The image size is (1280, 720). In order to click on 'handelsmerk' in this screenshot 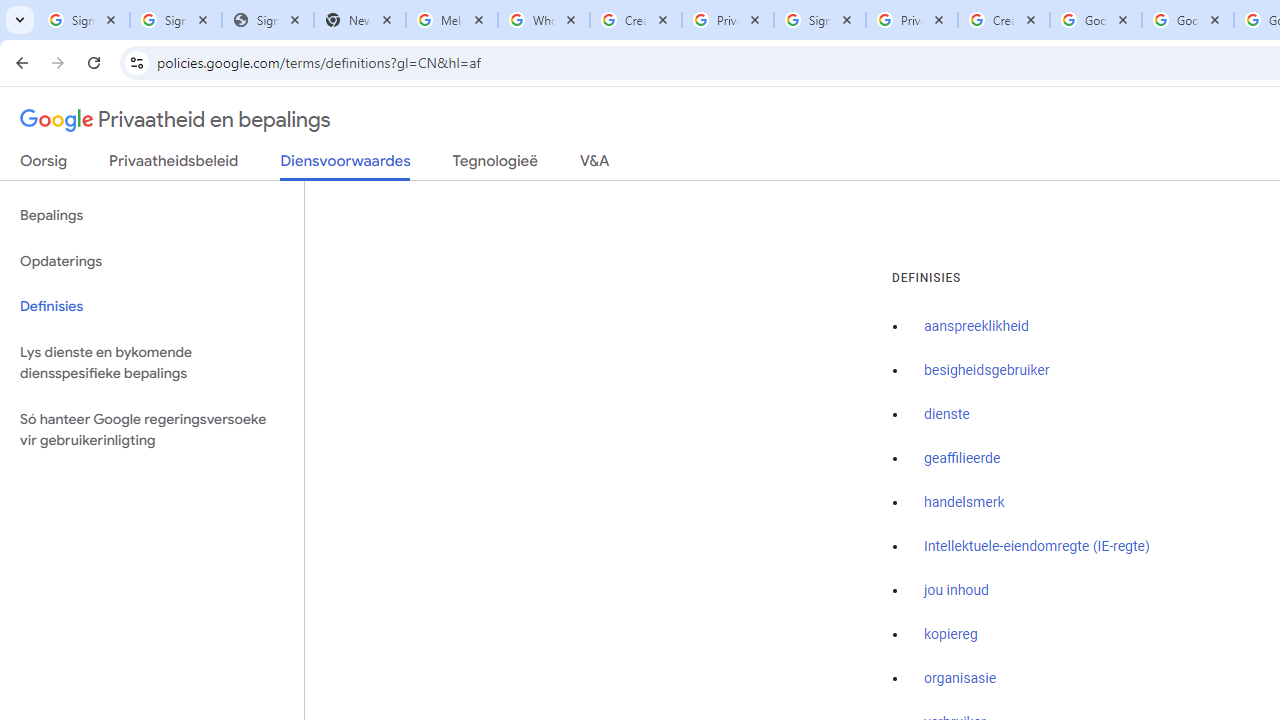, I will do `click(964, 501)`.